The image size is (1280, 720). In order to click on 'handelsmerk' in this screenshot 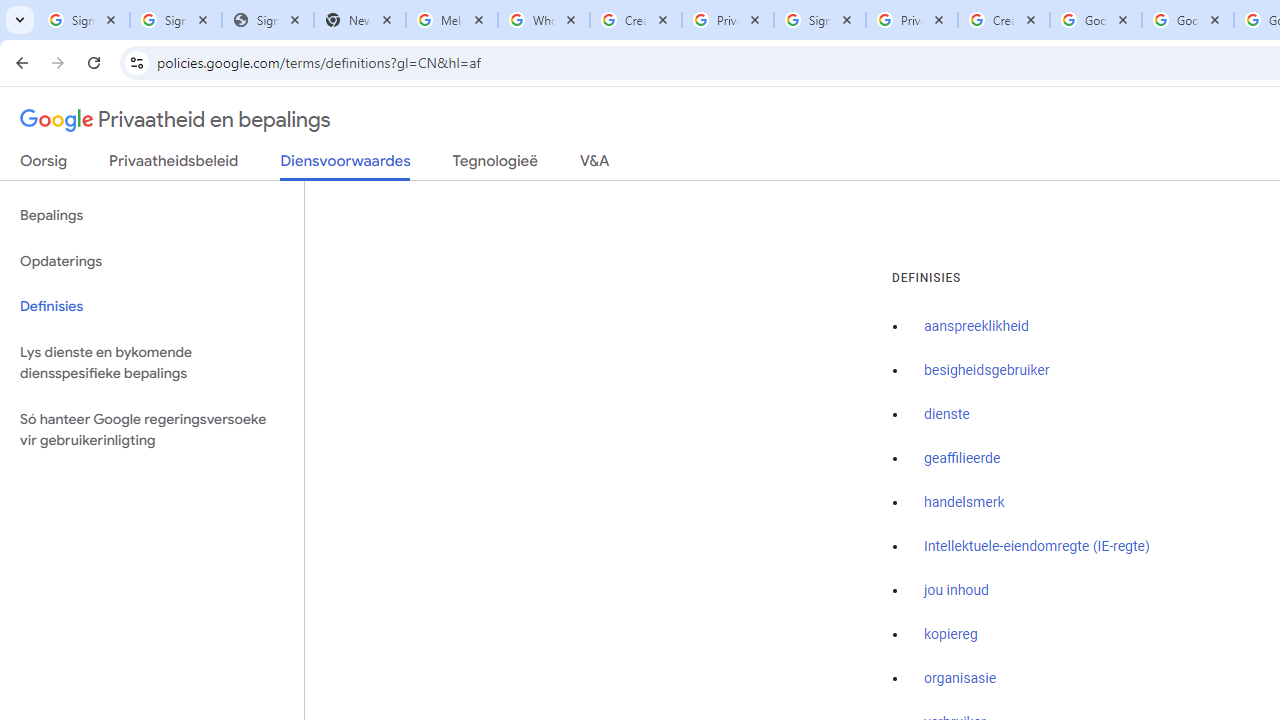, I will do `click(964, 501)`.